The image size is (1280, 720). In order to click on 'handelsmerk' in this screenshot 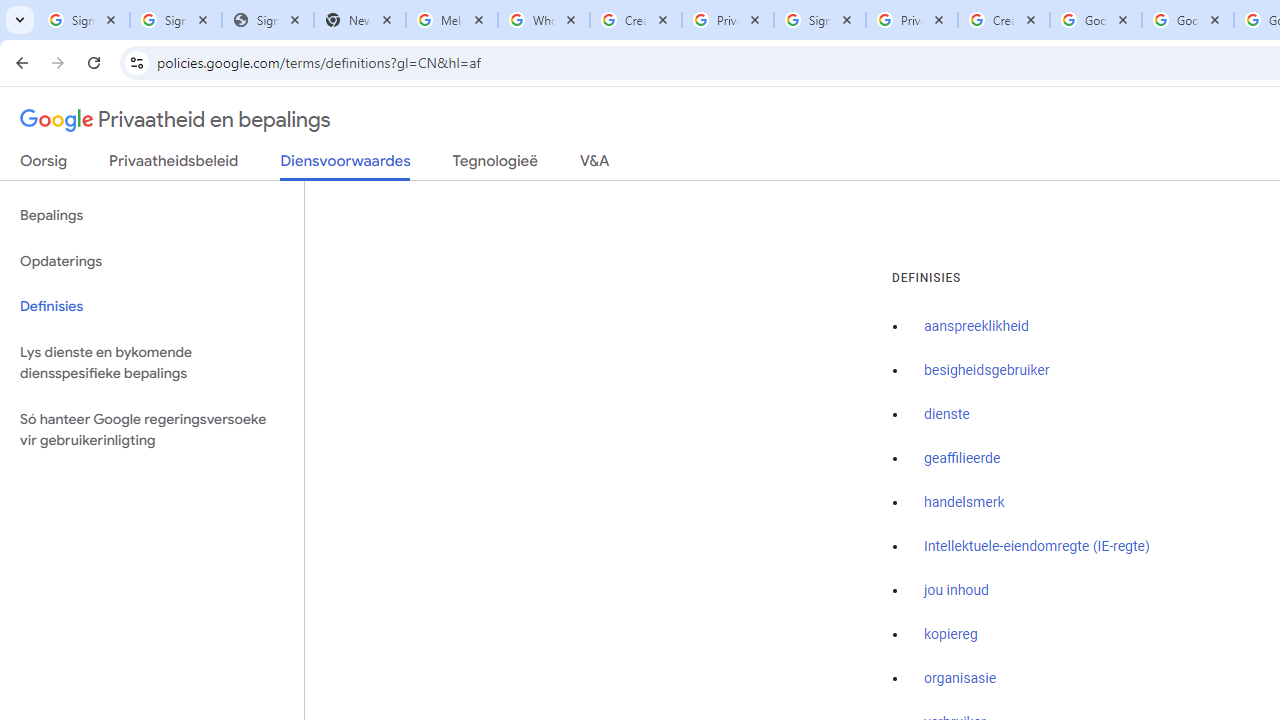, I will do `click(964, 501)`.